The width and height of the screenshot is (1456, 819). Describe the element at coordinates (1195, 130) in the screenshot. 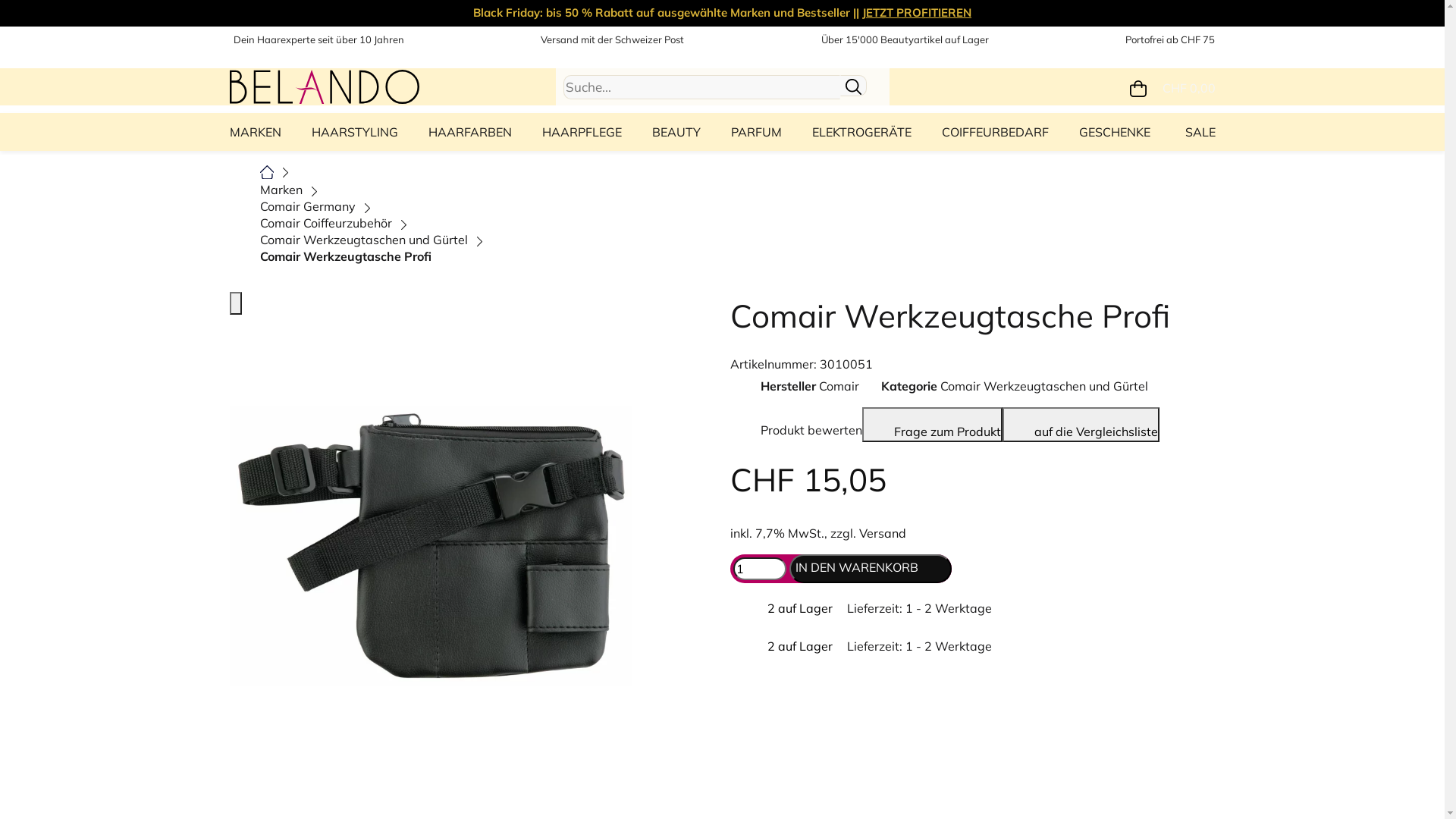

I see `'SALE'` at that location.